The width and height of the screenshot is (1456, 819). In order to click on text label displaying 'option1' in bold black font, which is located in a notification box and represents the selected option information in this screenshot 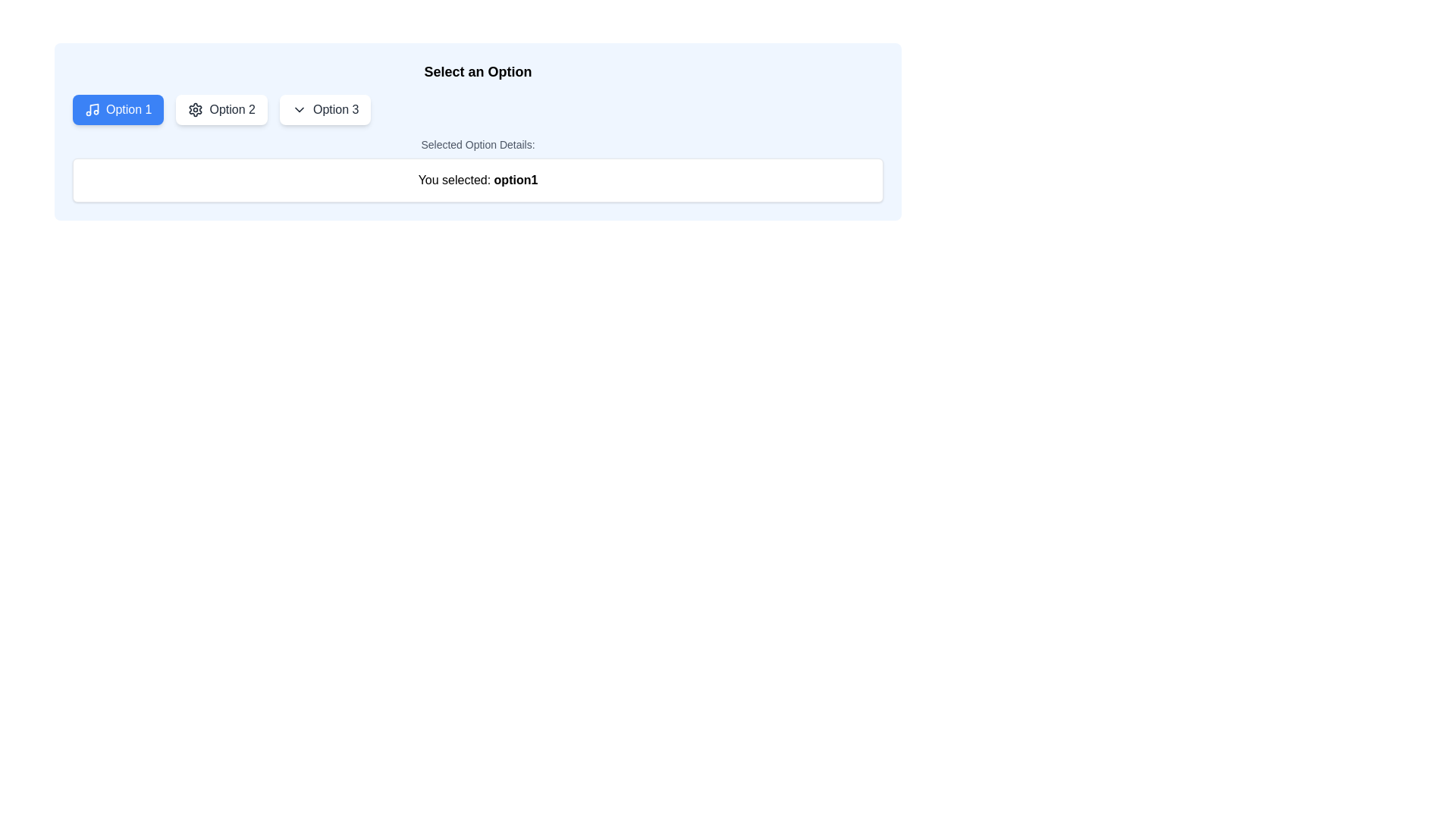, I will do `click(516, 179)`.